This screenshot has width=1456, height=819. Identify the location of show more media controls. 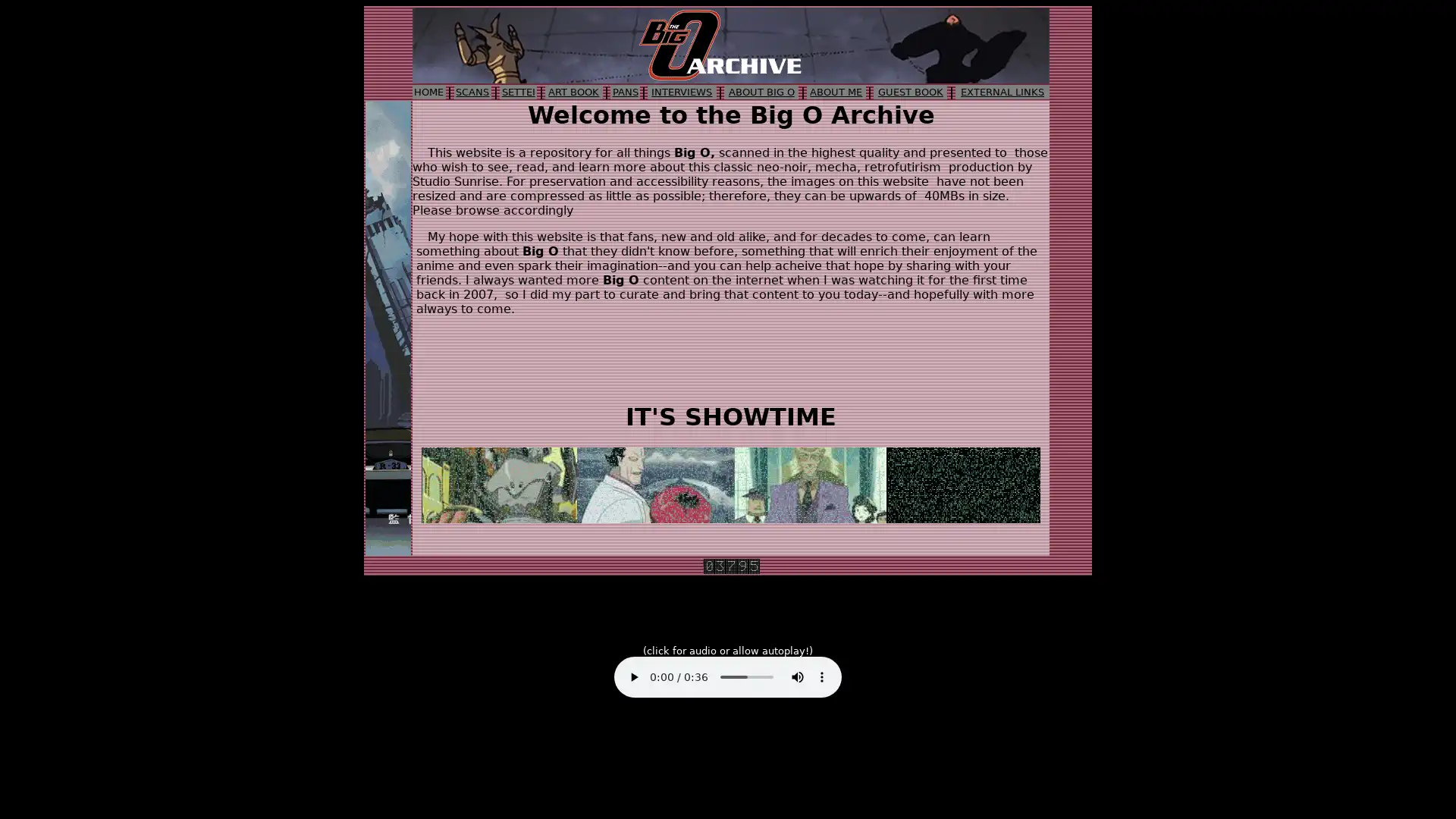
(821, 676).